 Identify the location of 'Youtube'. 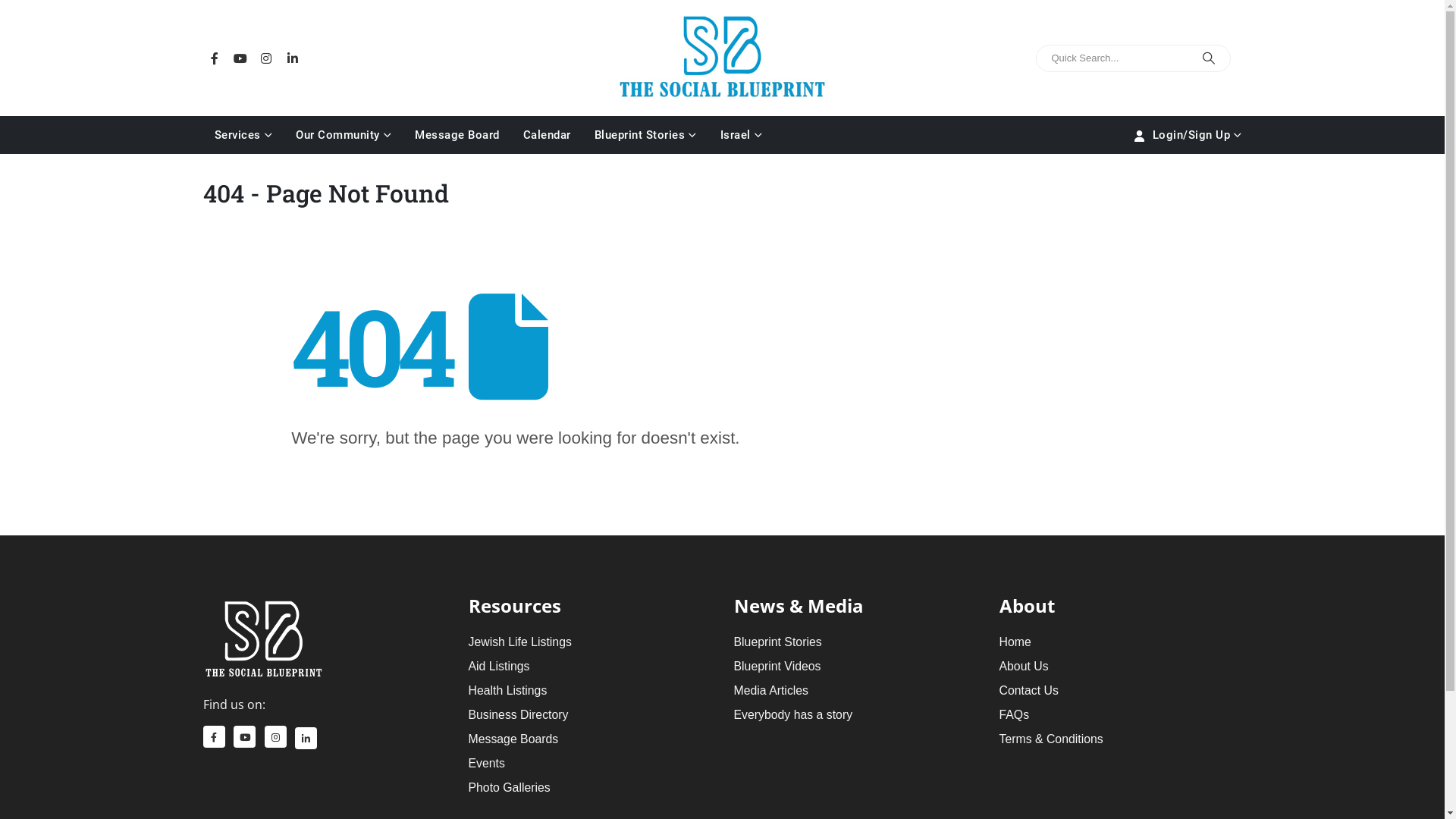
(228, 57).